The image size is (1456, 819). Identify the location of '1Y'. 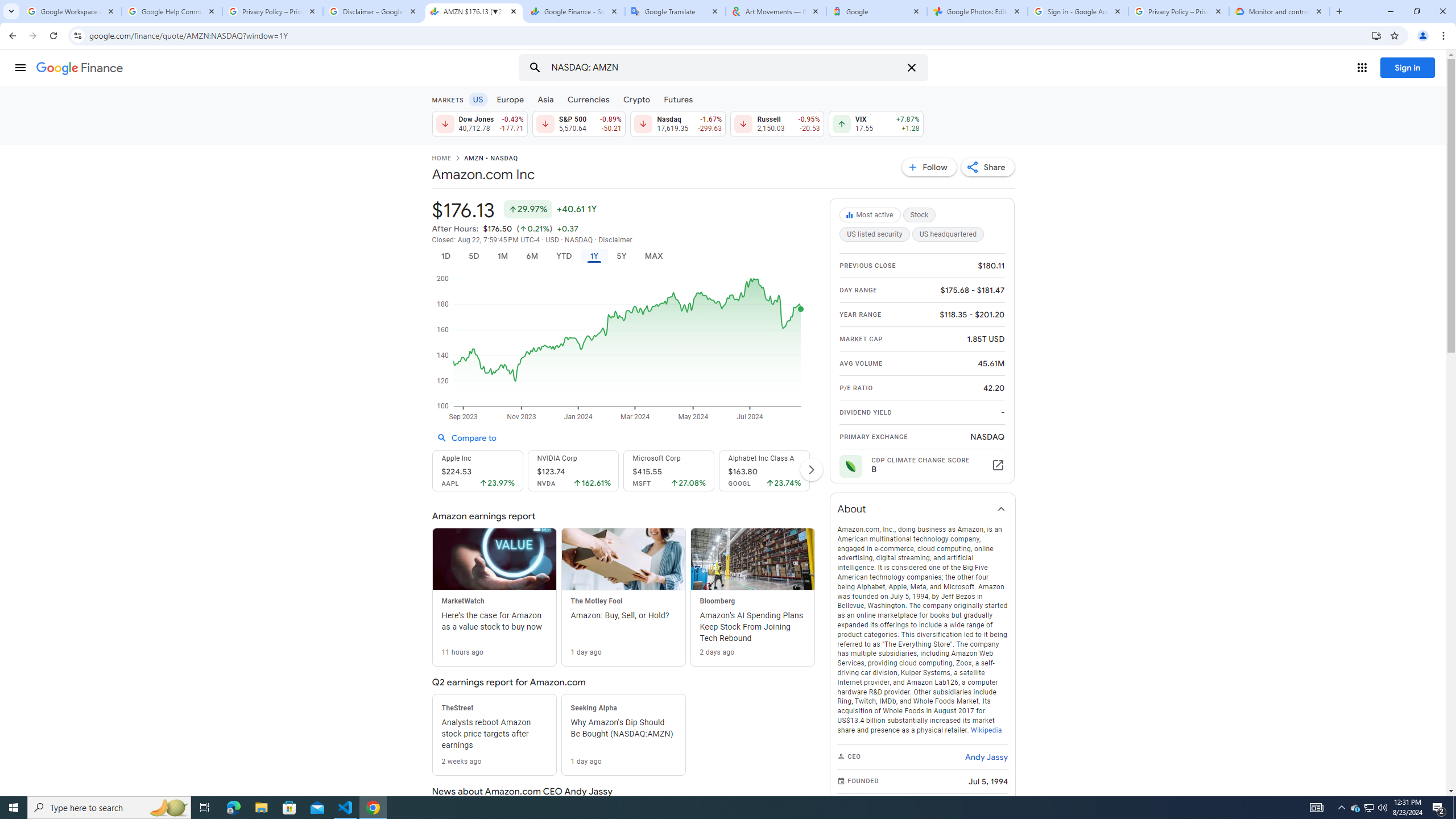
(594, 255).